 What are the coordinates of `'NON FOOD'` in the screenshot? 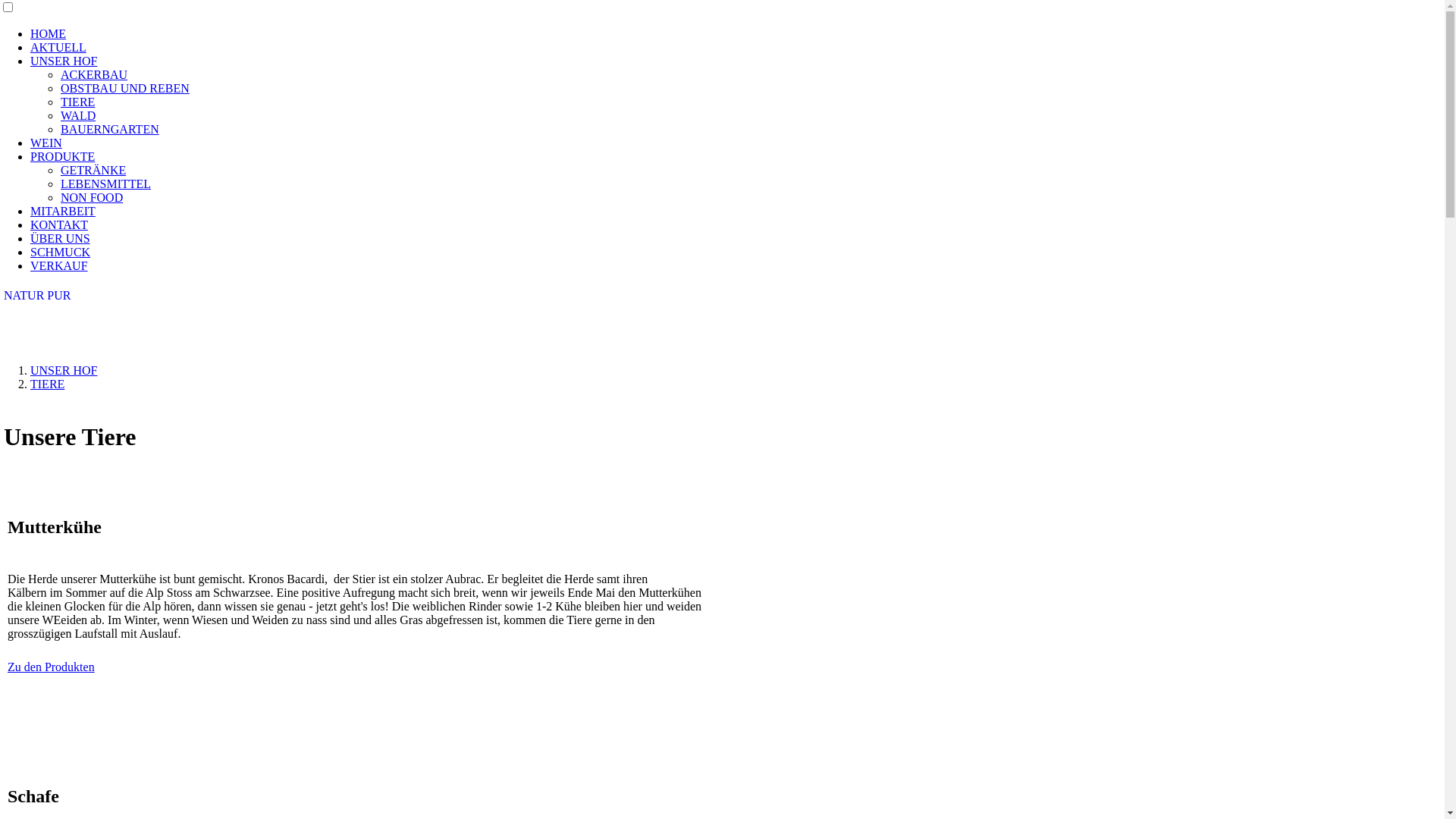 It's located at (90, 196).